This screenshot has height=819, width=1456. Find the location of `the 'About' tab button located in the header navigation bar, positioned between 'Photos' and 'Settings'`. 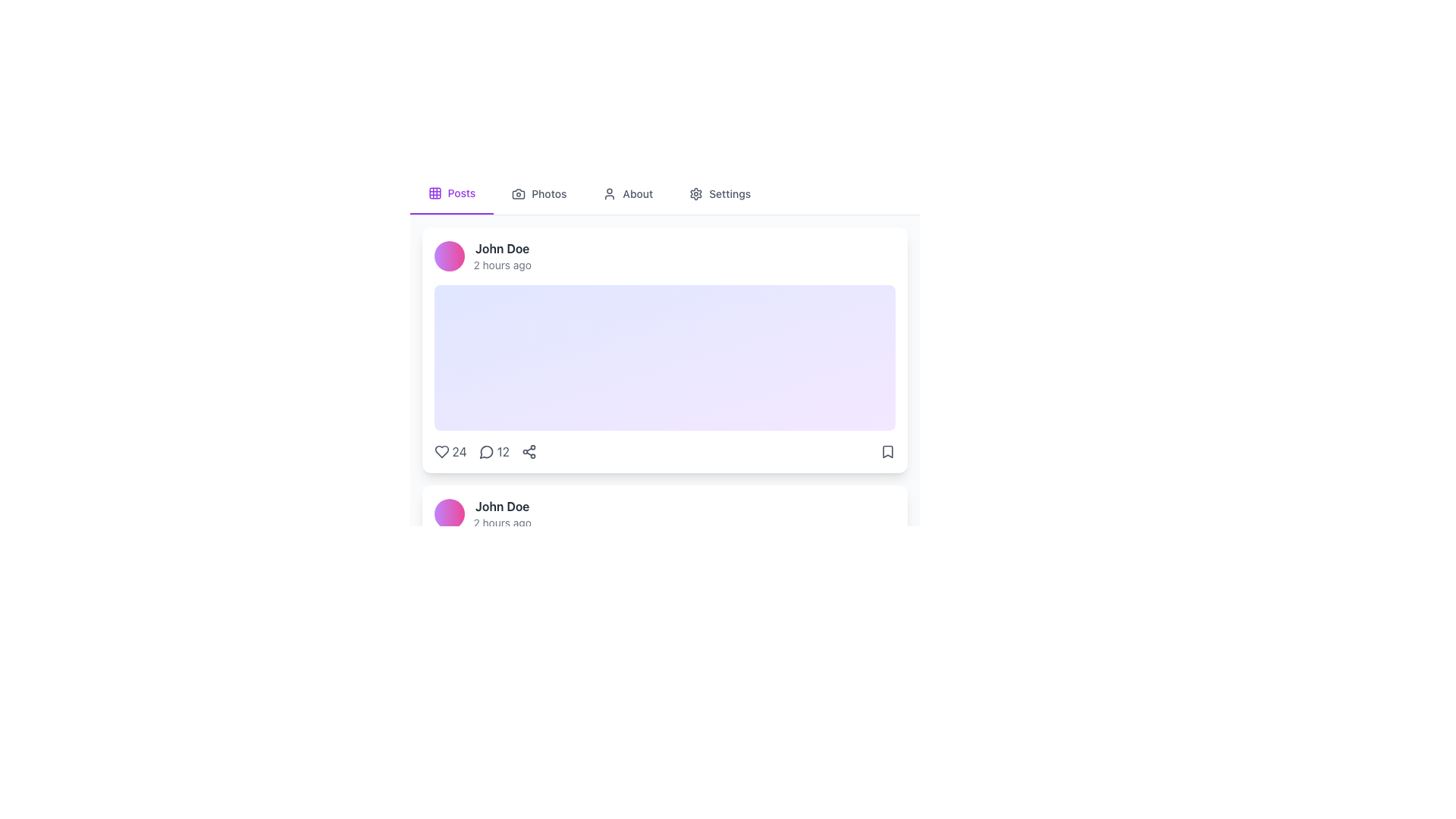

the 'About' tab button located in the header navigation bar, positioned between 'Photos' and 'Settings' is located at coordinates (628, 193).